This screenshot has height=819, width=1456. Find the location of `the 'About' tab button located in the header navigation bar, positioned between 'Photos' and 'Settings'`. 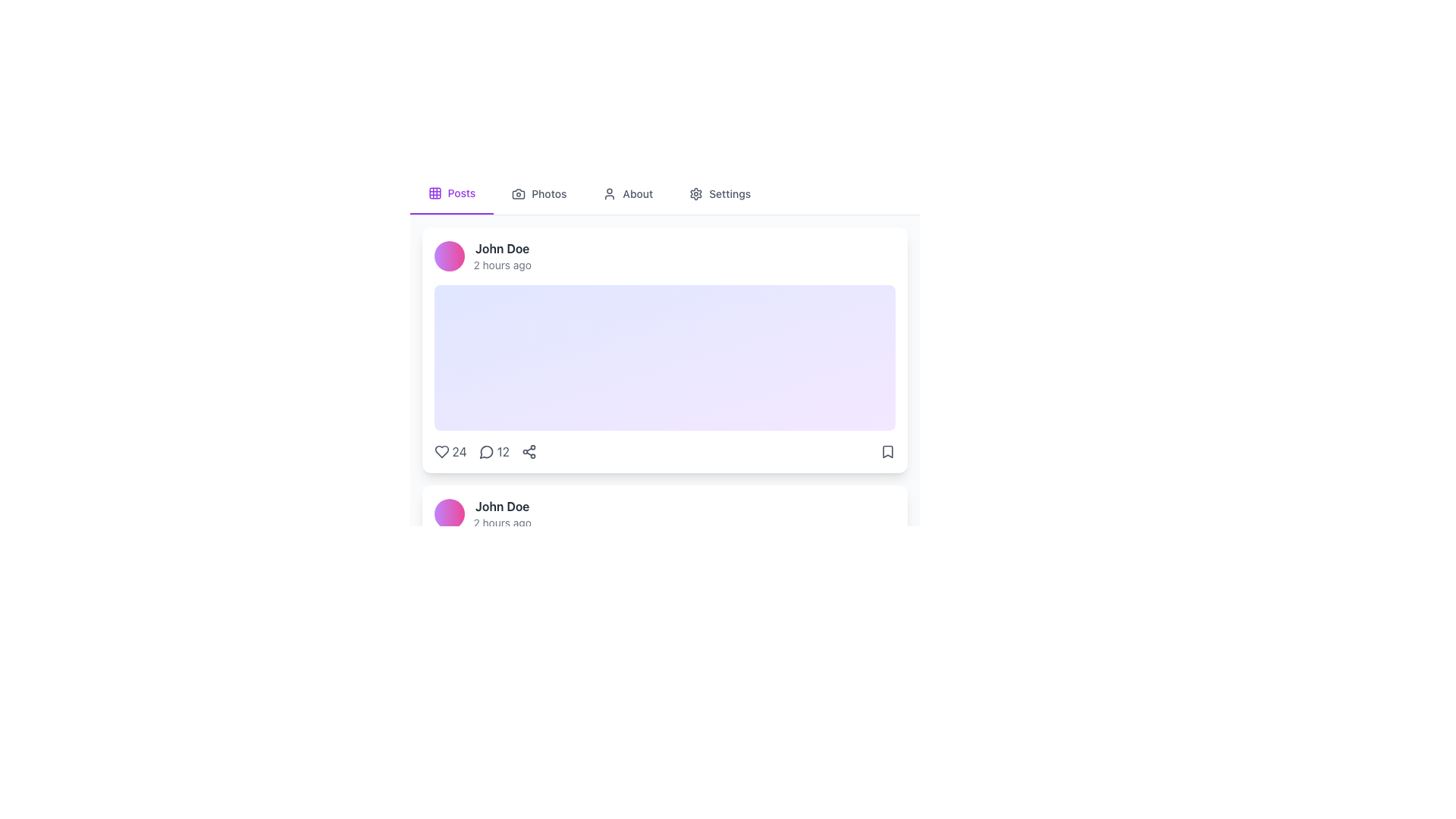

the 'About' tab button located in the header navigation bar, positioned between 'Photos' and 'Settings' is located at coordinates (628, 193).